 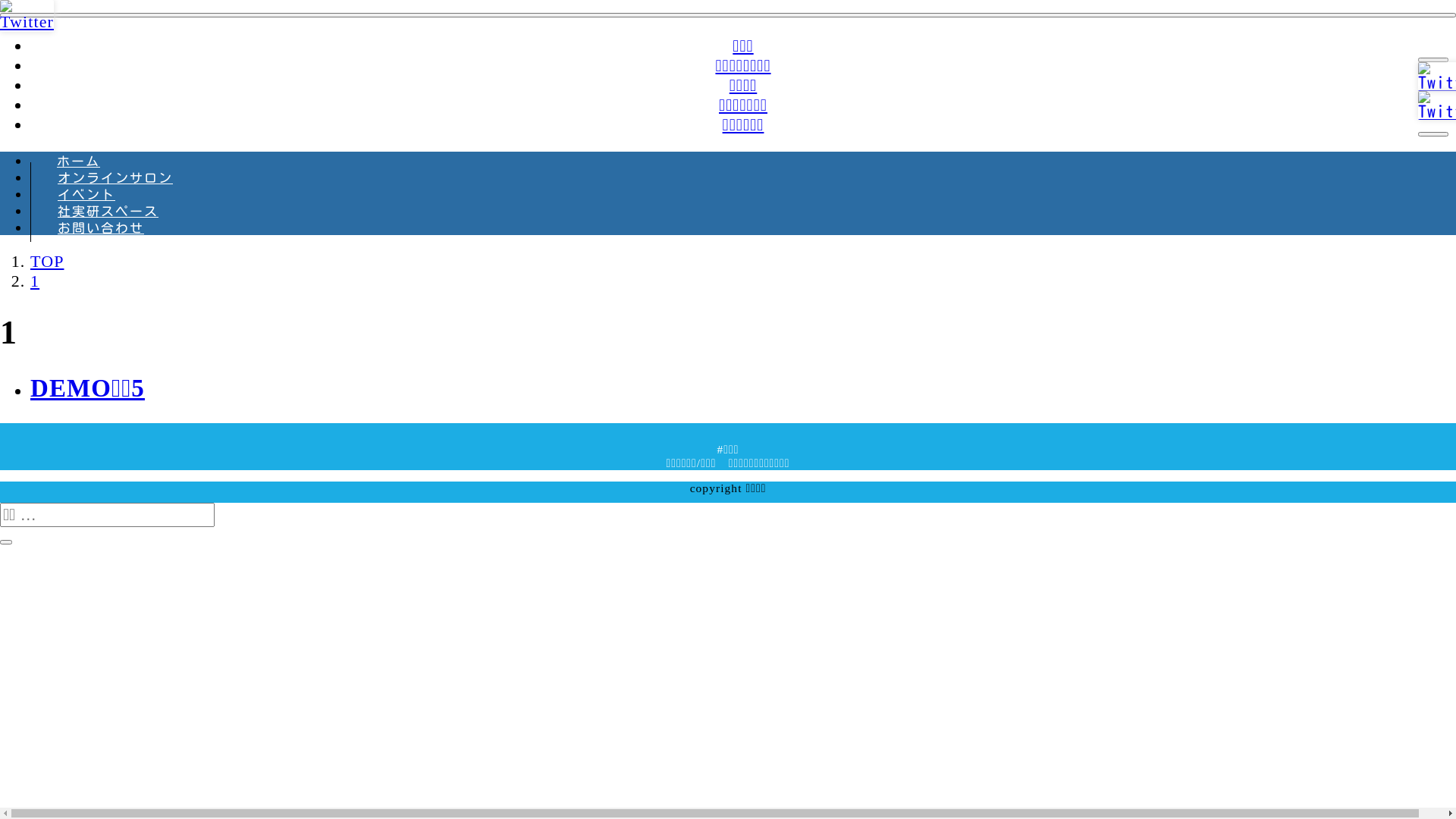 I want to click on 'TOP', so click(x=47, y=260).